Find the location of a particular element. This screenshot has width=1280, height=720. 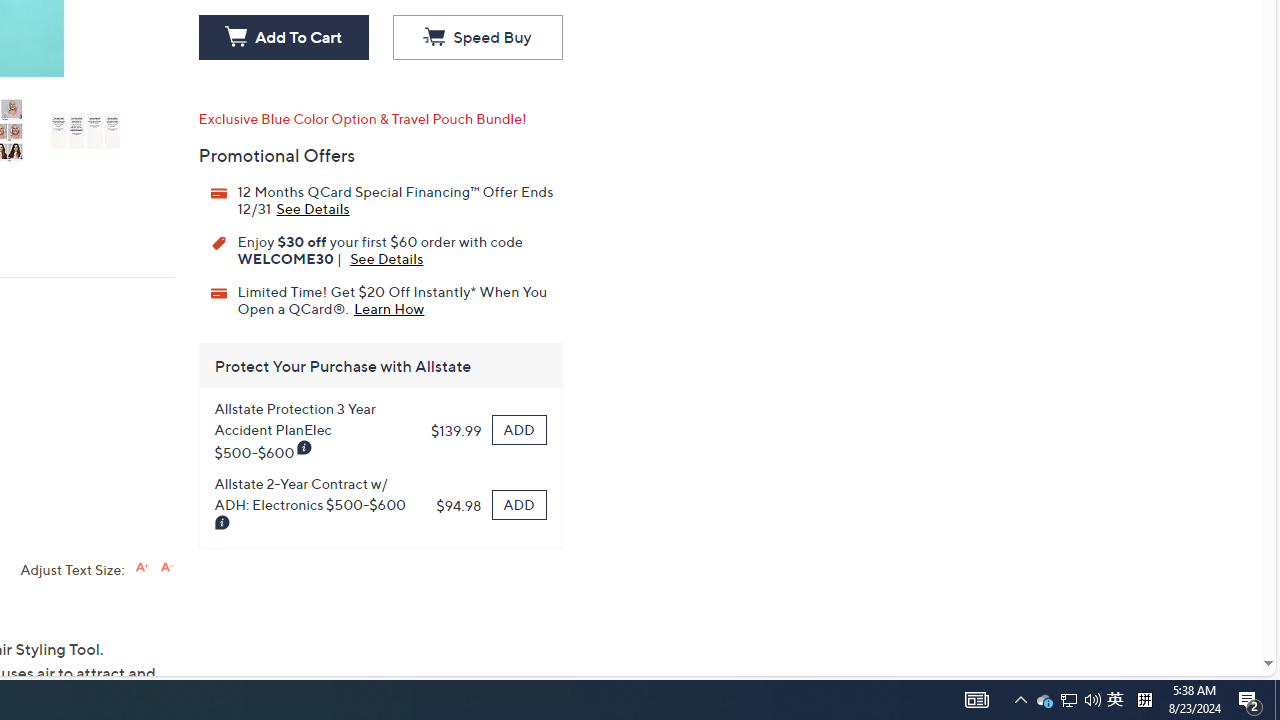

'User Promoted Notification Area' is located at coordinates (1067, 698).